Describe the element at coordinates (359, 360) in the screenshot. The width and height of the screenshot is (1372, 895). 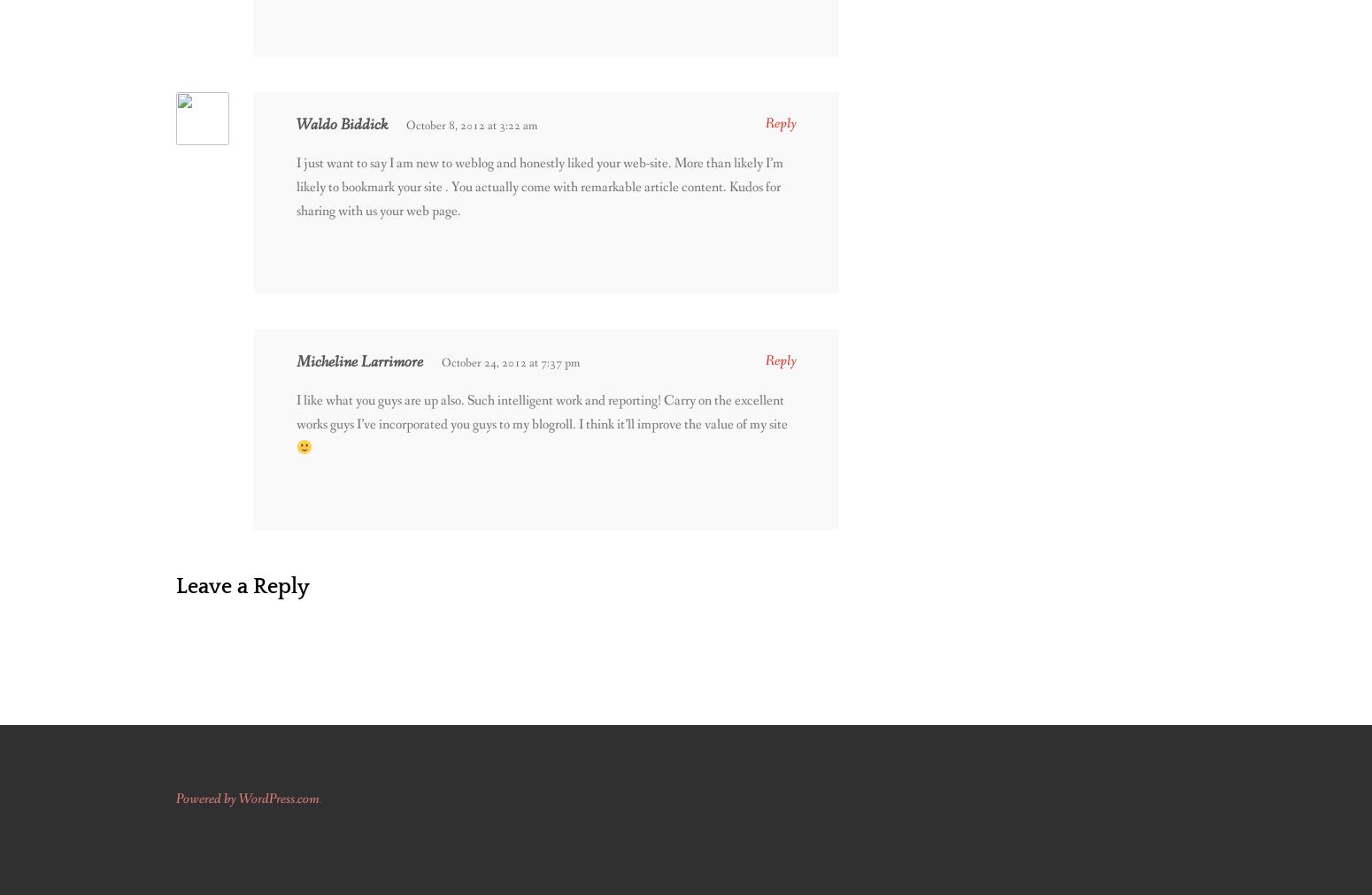
I see `'Micheline Larrimore'` at that location.